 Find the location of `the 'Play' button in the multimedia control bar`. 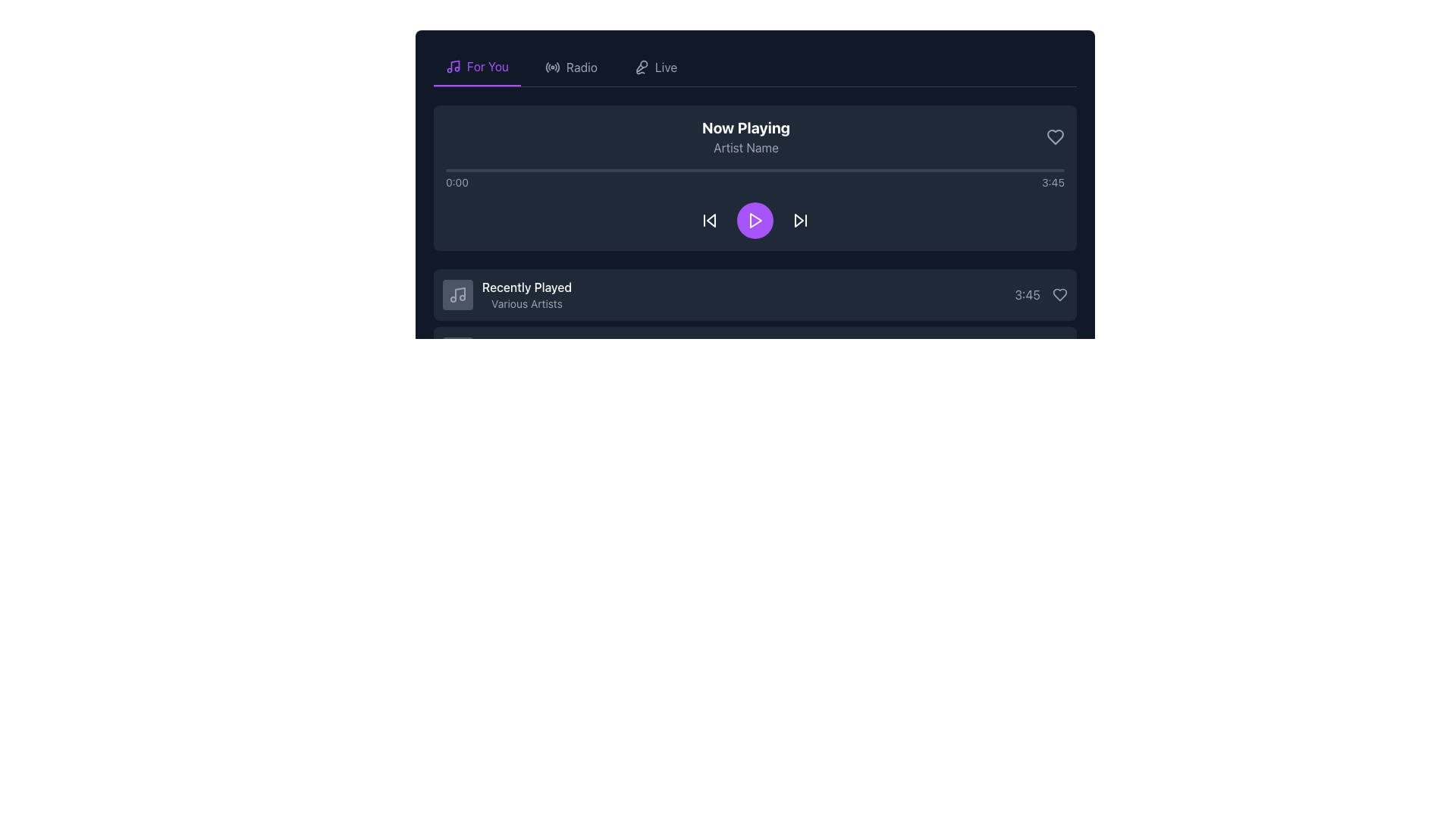

the 'Play' button in the multimedia control bar is located at coordinates (755, 220).